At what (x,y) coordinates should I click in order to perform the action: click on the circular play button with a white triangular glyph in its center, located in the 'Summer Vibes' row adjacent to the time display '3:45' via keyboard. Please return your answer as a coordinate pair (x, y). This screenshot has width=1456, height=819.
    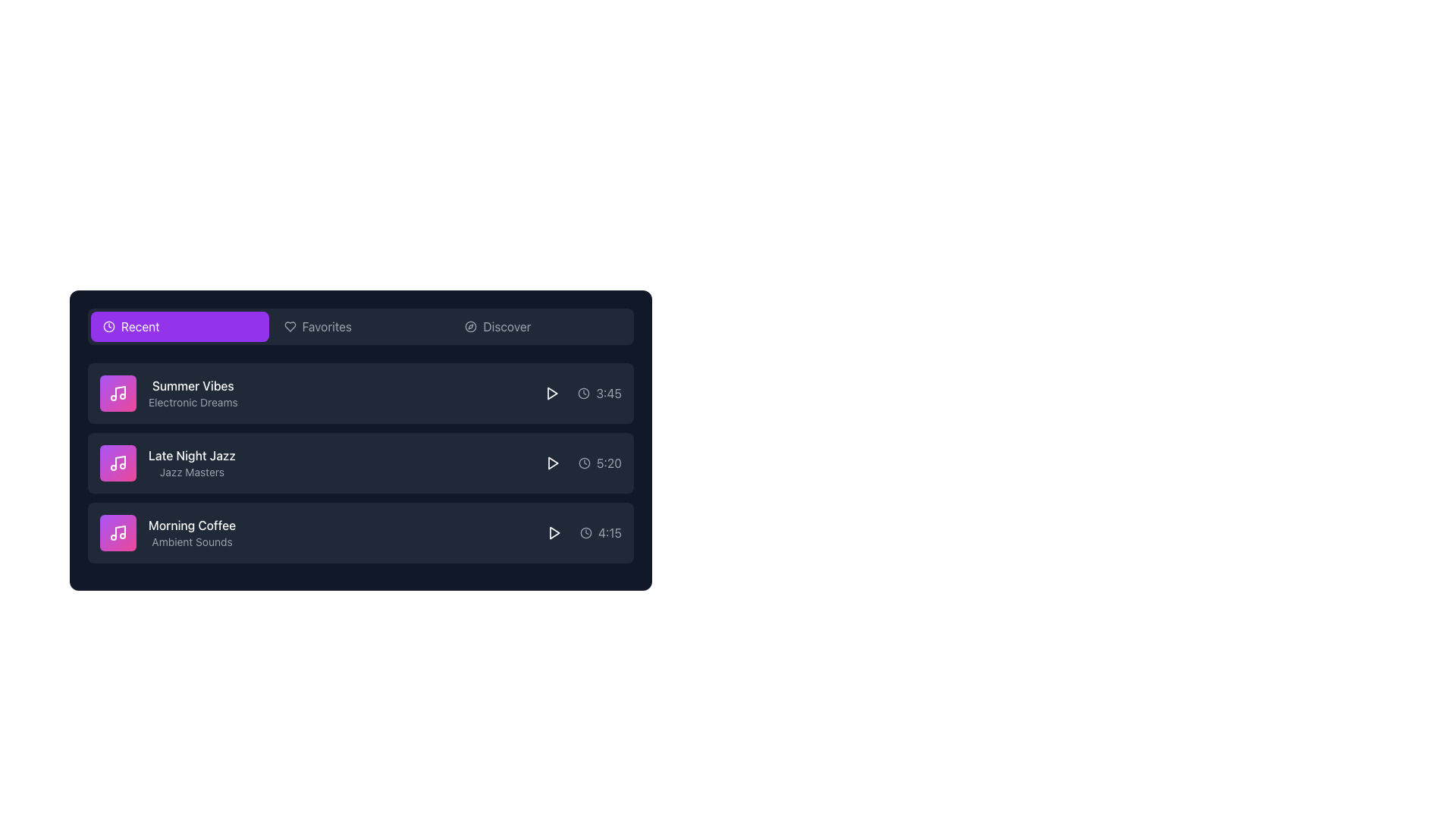
    Looking at the image, I should click on (551, 393).